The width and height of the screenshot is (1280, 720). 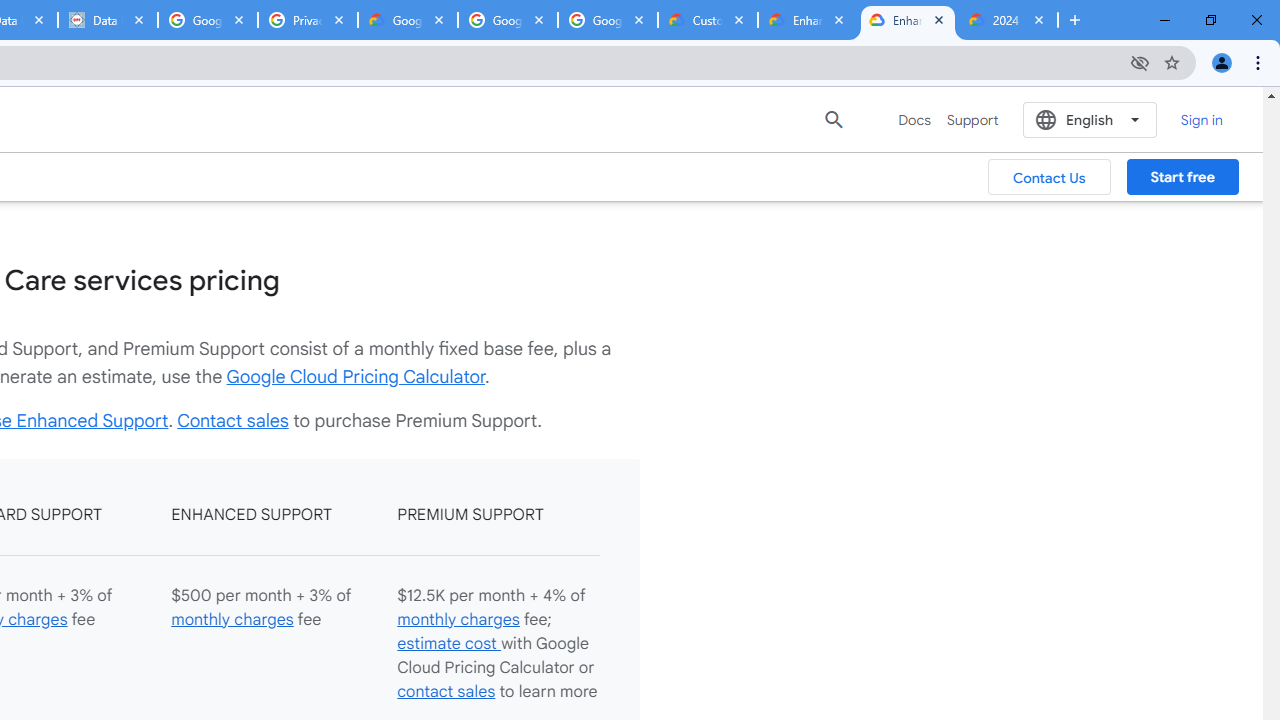 I want to click on 'Restore', so click(x=1209, y=20).